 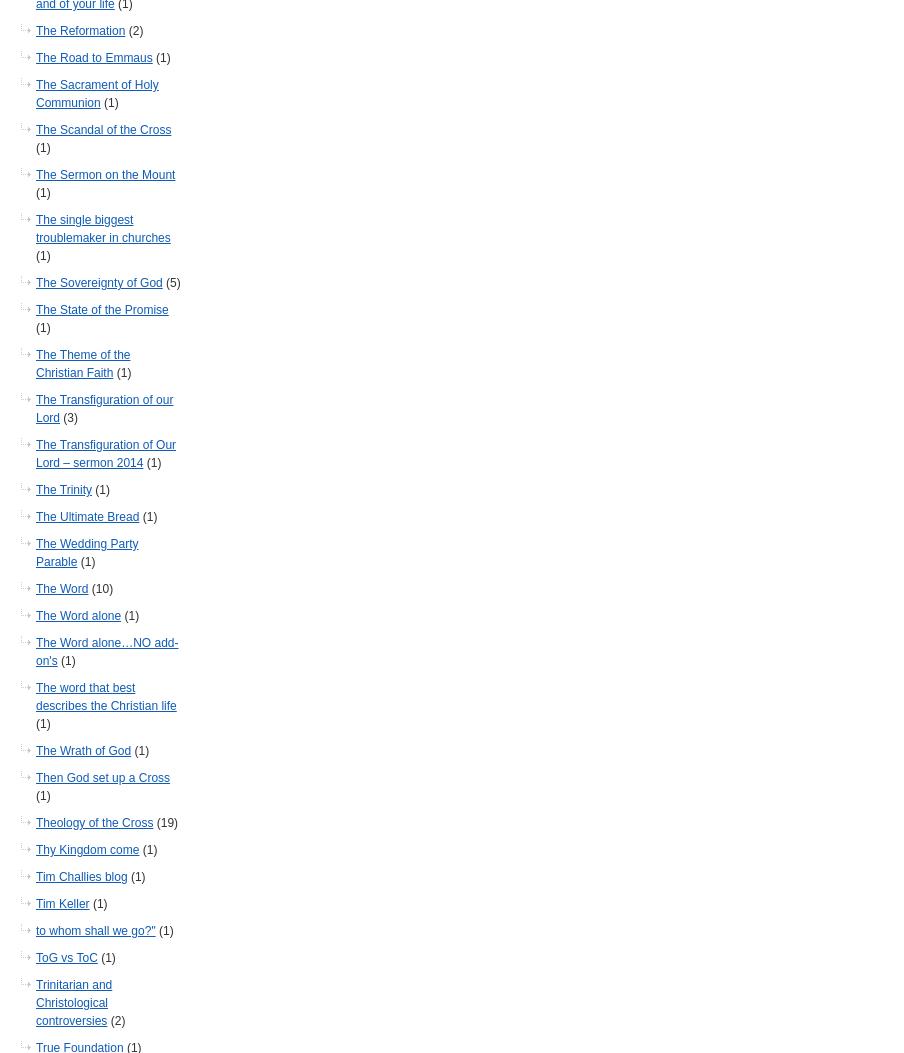 I want to click on 'The Road to Emmaus', so click(x=94, y=57).